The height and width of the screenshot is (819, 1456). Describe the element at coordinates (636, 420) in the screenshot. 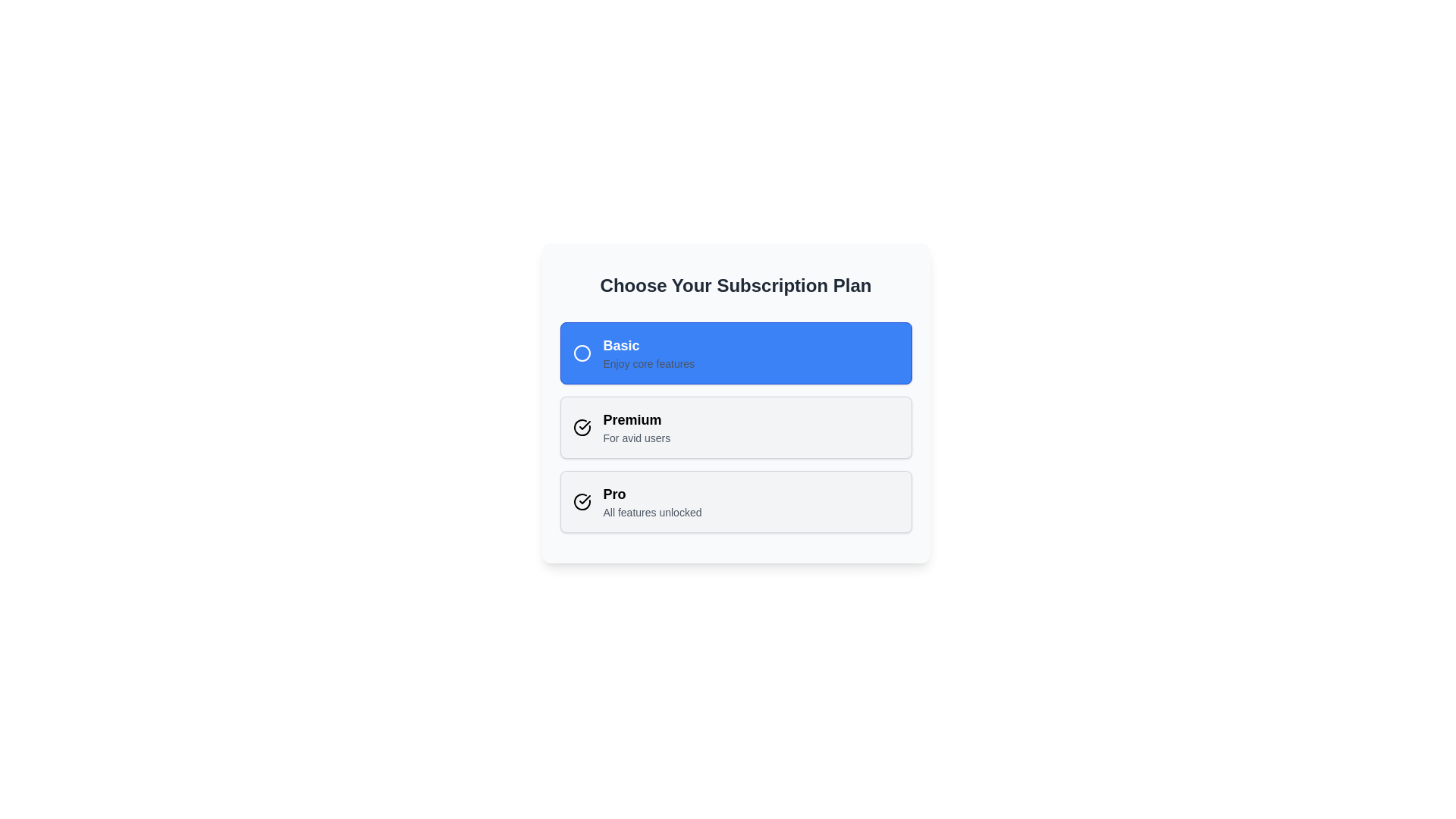

I see `the bold text label reading 'Premium' located at the top of the 'Premium' subscription option card, which stands out with its large black font above the supplementary text 'For avid users'` at that location.